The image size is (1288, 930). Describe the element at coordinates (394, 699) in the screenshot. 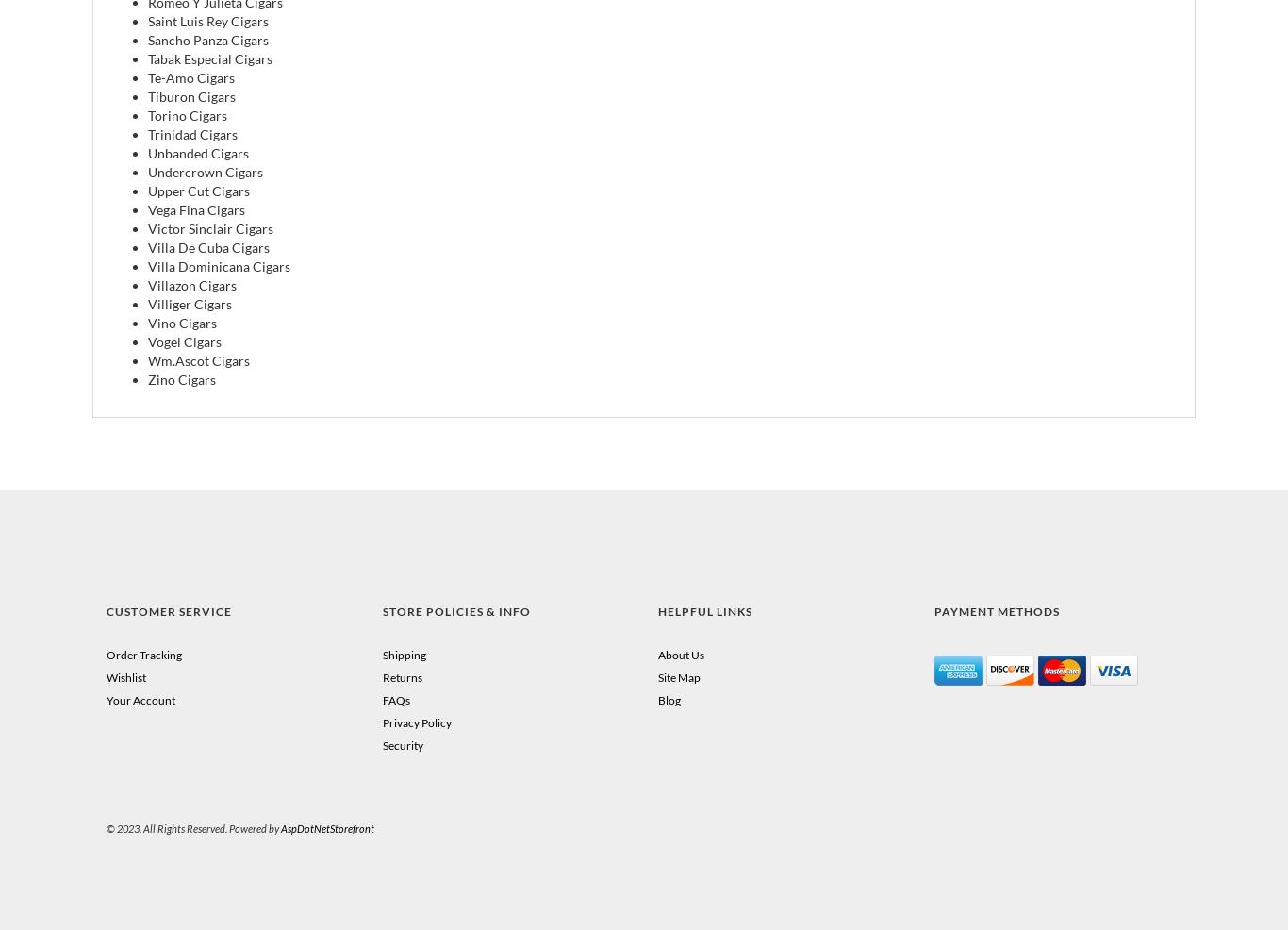

I see `'FAQs'` at that location.